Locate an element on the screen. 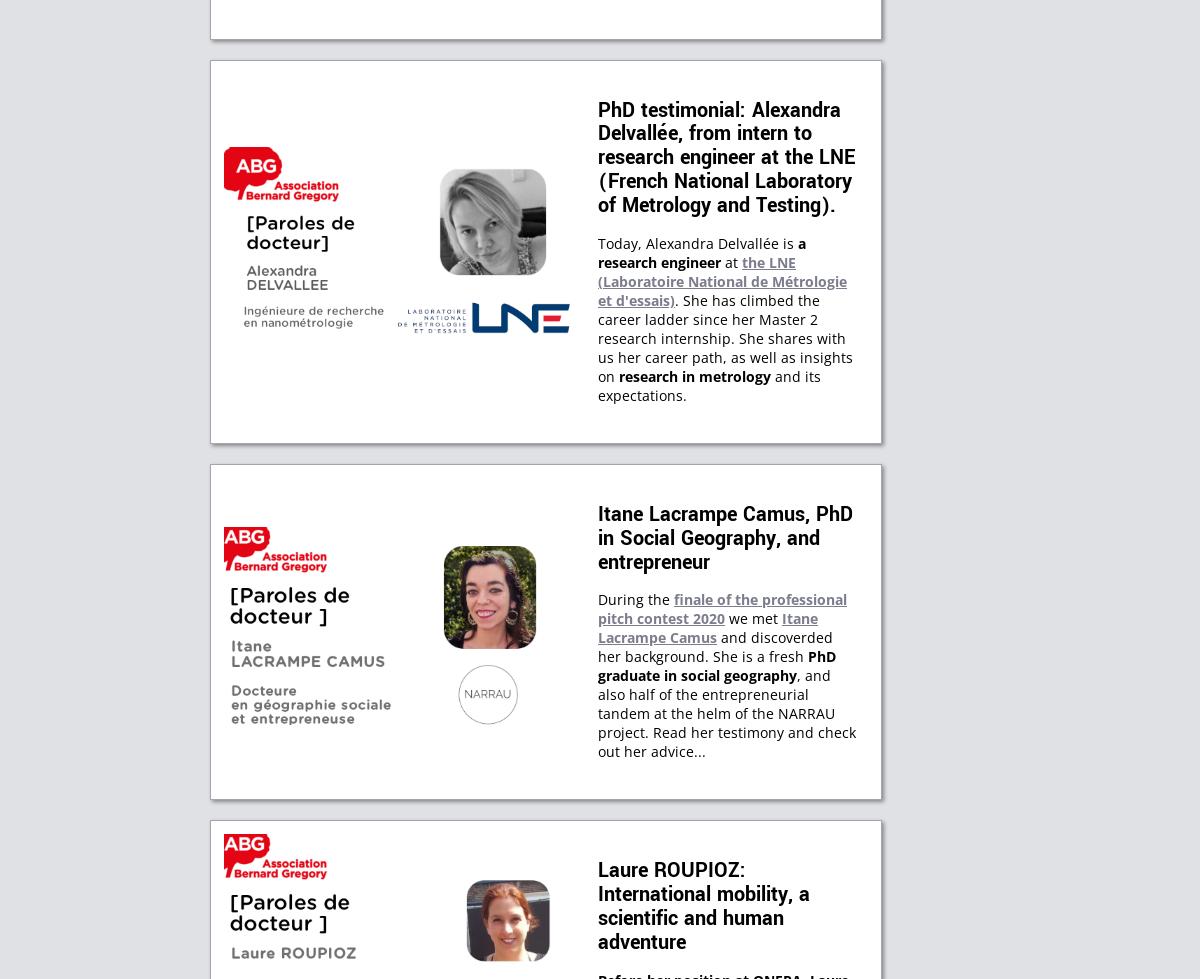  'Today, Alexandra Delvallée is' is located at coordinates (698, 242).